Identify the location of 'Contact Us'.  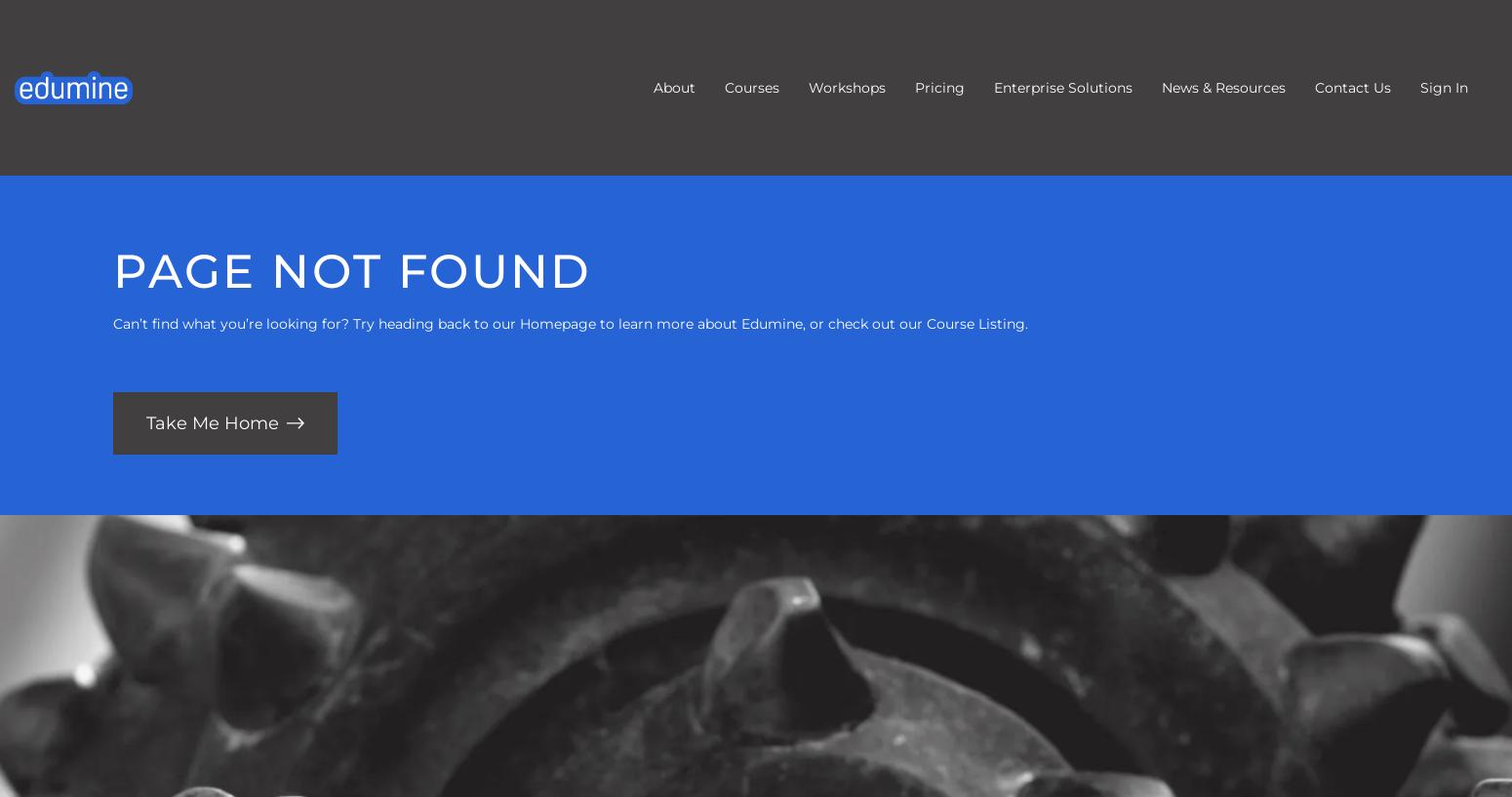
(1352, 88).